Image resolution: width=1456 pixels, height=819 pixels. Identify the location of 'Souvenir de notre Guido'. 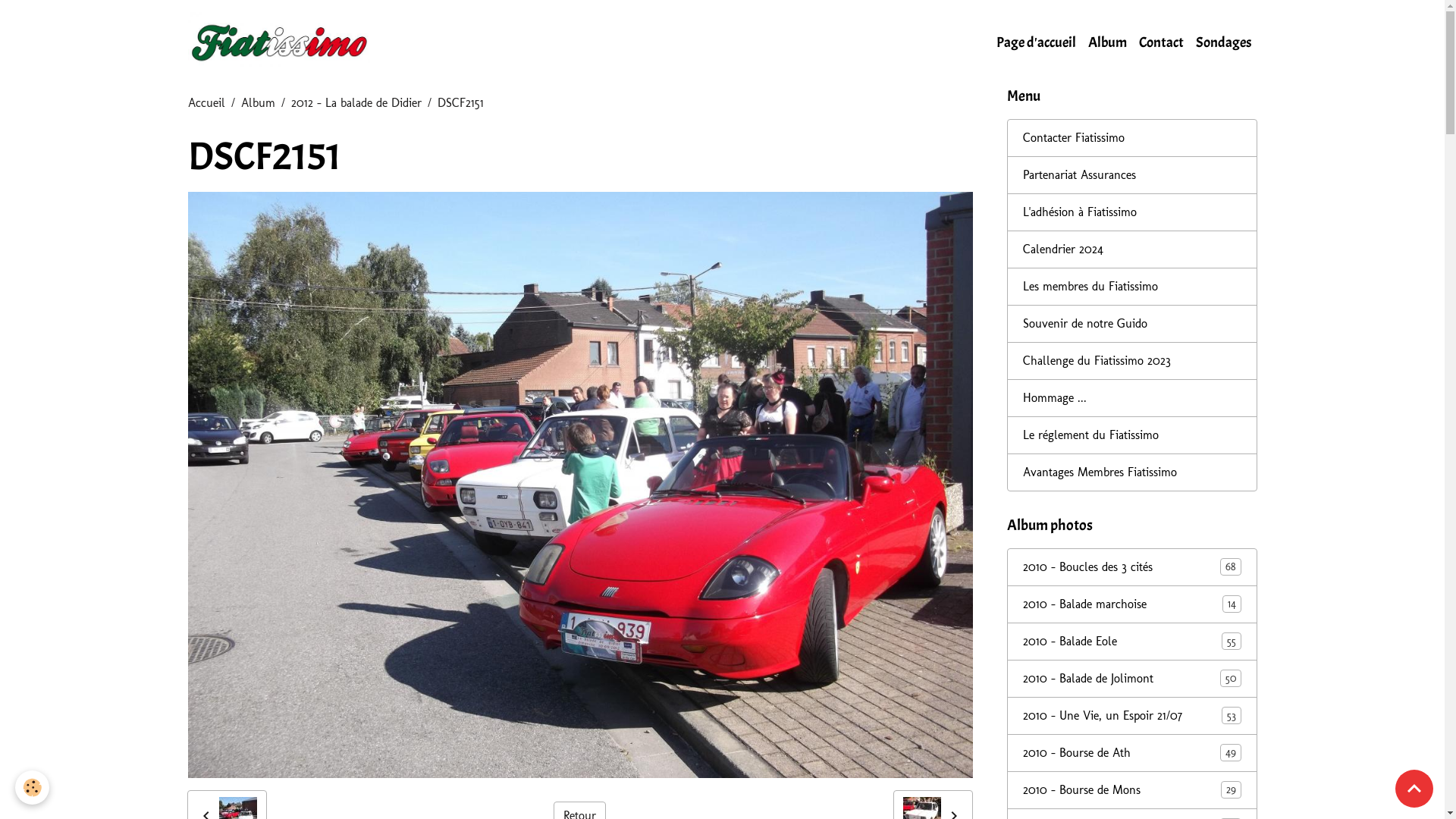
(1131, 323).